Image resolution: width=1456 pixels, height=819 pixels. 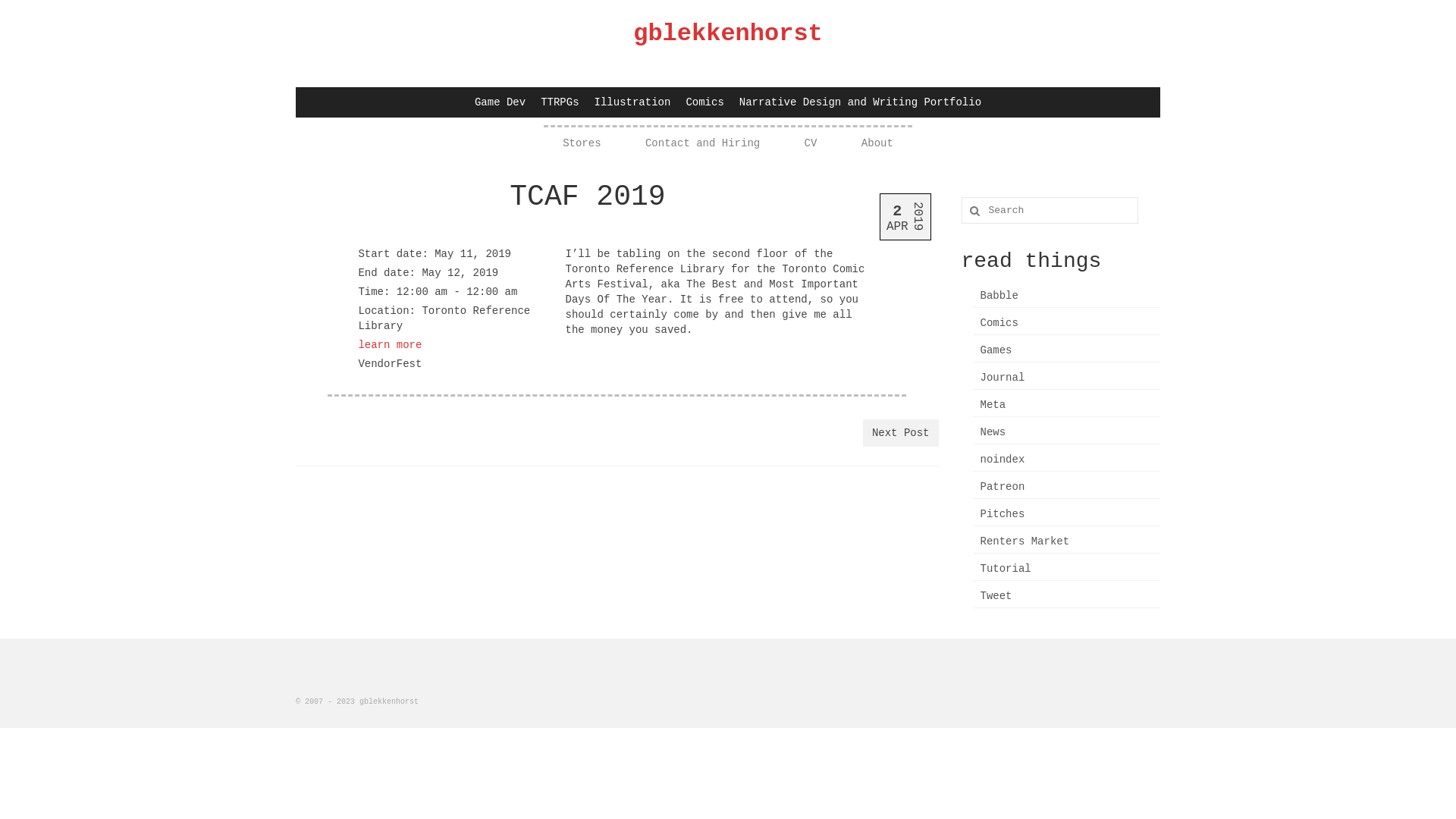 What do you see at coordinates (704, 102) in the screenshot?
I see `'Comics'` at bounding box center [704, 102].